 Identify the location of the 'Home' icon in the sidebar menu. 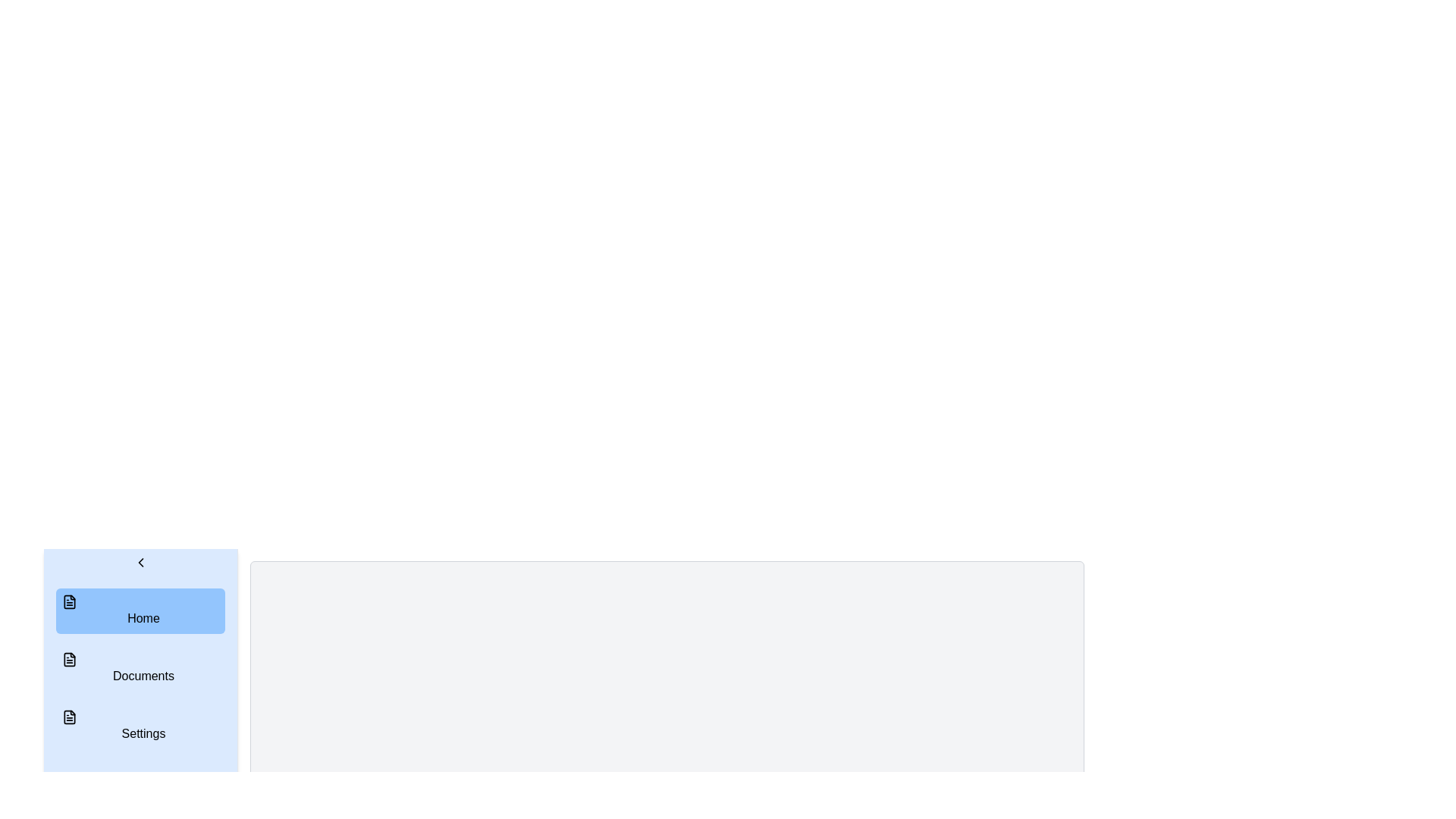
(68, 601).